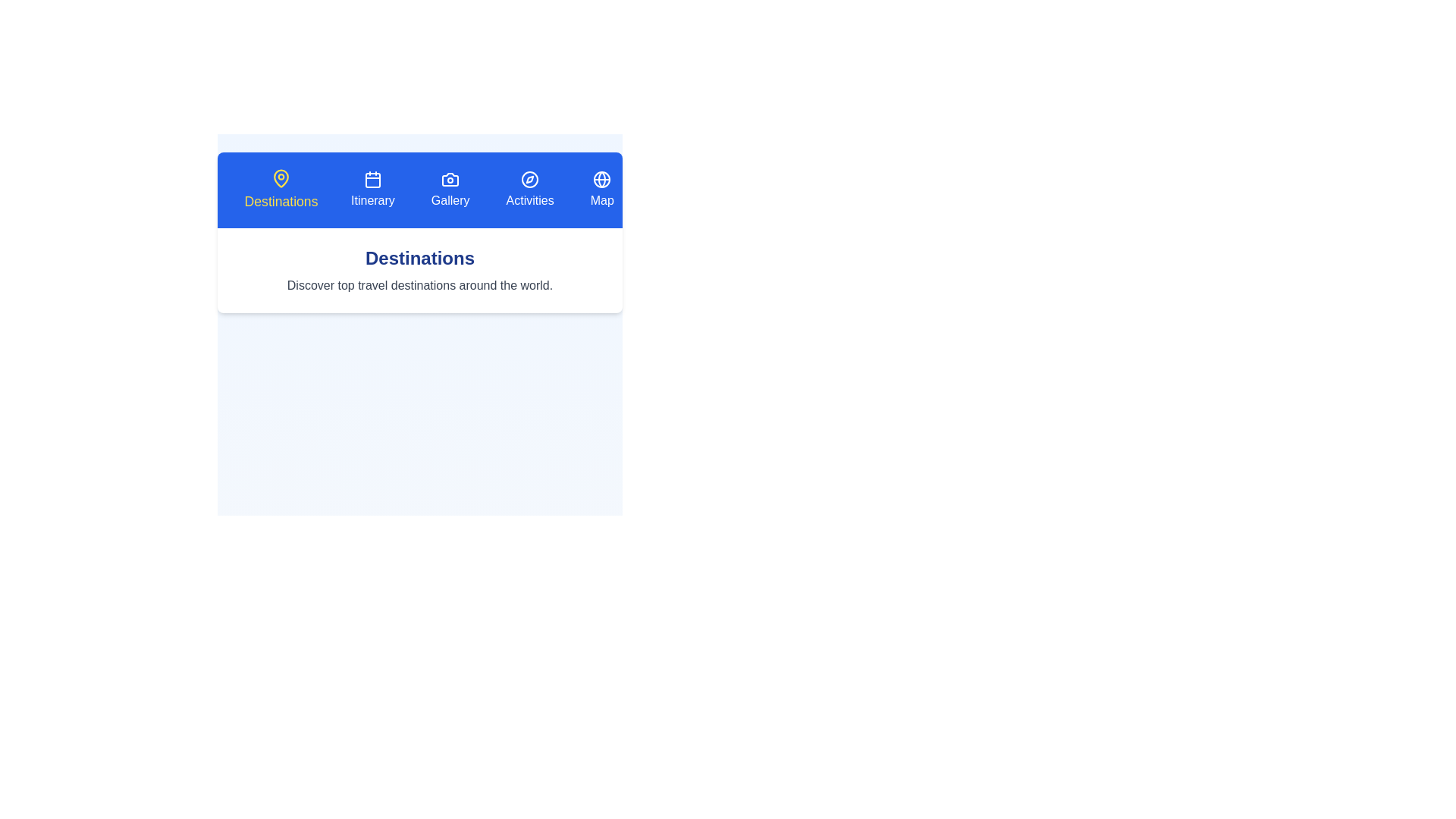 The height and width of the screenshot is (819, 1456). I want to click on the 'Destinations' button, which features a yellow pin icon and text label, located in the top navigation bar with a blue background, so click(281, 189).